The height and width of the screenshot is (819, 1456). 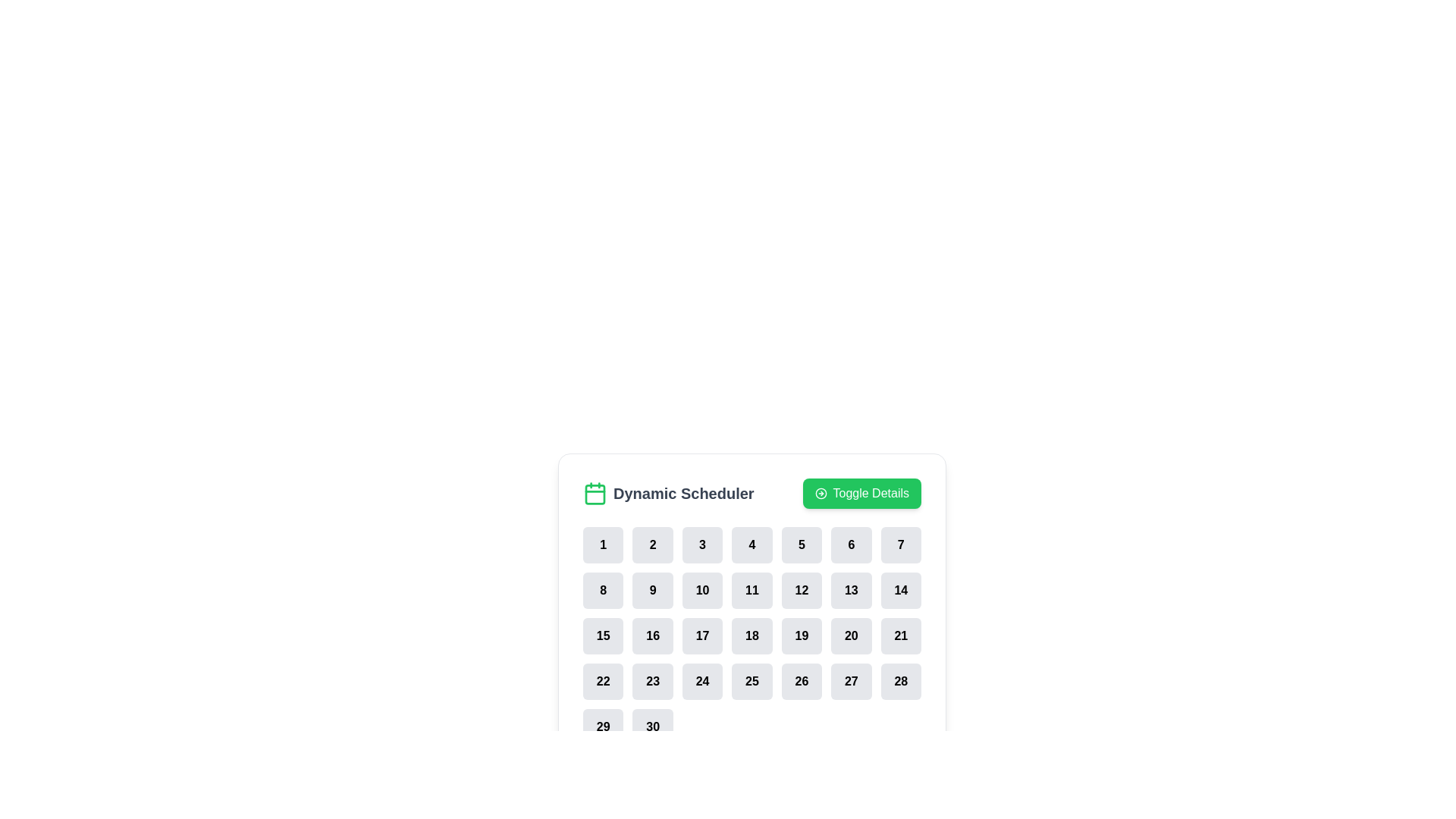 What do you see at coordinates (701, 544) in the screenshot?
I see `the third button in a horizontally arranged row of seven buttons` at bounding box center [701, 544].